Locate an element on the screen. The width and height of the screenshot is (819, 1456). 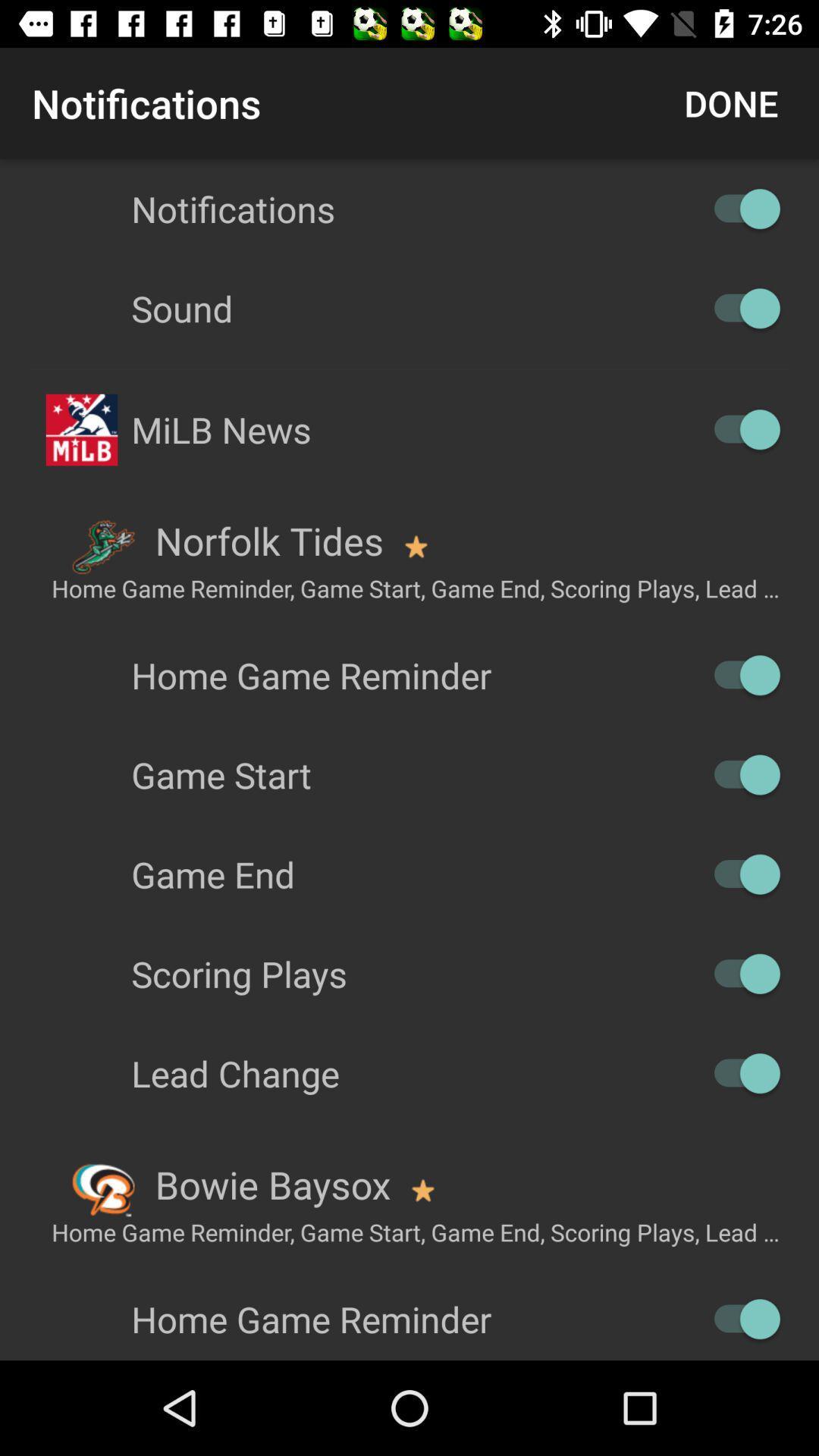
enable switch is located at coordinates (739, 674).